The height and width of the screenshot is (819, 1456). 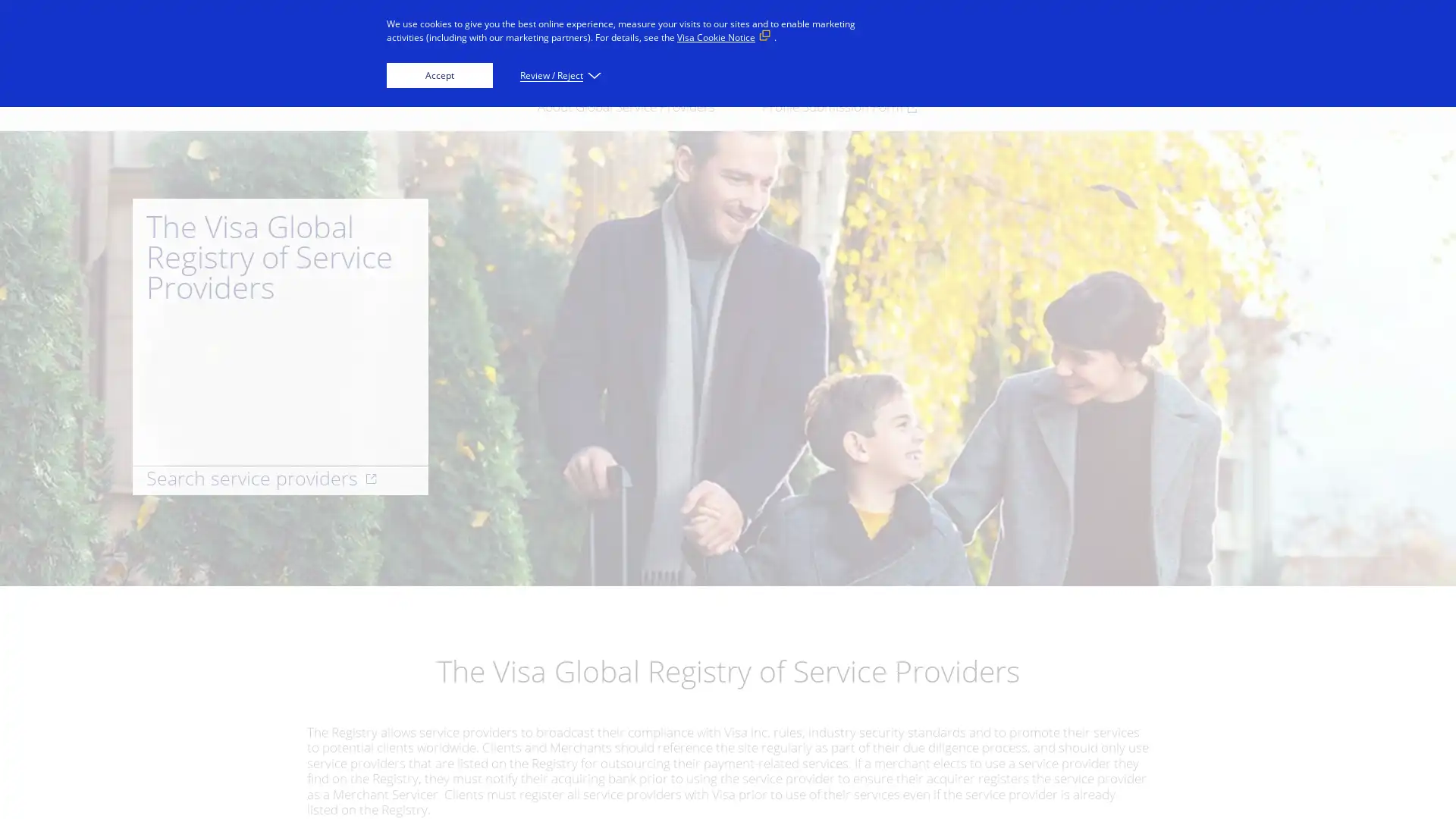 What do you see at coordinates (439, 75) in the screenshot?
I see `Accept` at bounding box center [439, 75].